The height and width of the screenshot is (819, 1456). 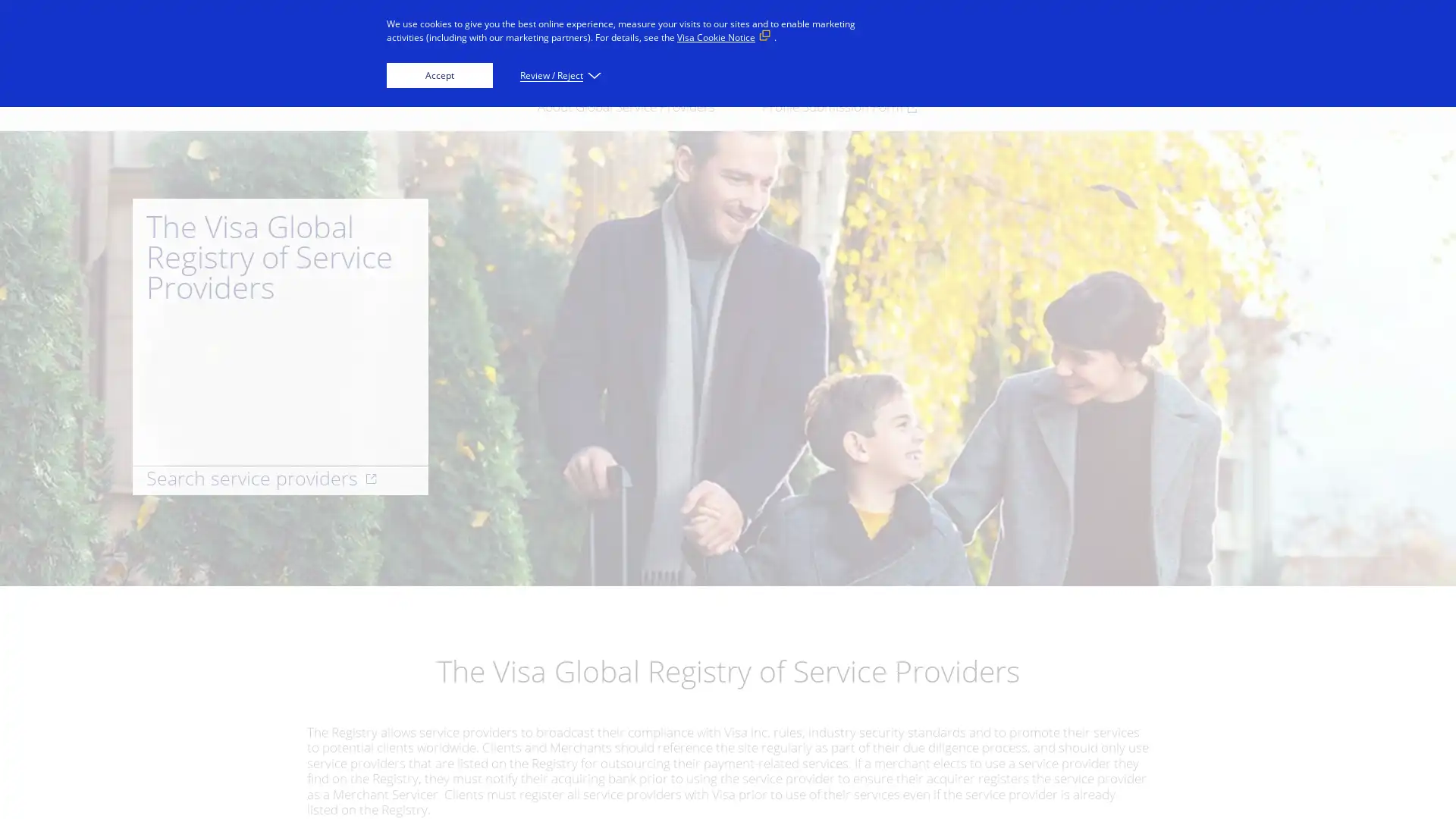 What do you see at coordinates (439, 75) in the screenshot?
I see `Accept` at bounding box center [439, 75].